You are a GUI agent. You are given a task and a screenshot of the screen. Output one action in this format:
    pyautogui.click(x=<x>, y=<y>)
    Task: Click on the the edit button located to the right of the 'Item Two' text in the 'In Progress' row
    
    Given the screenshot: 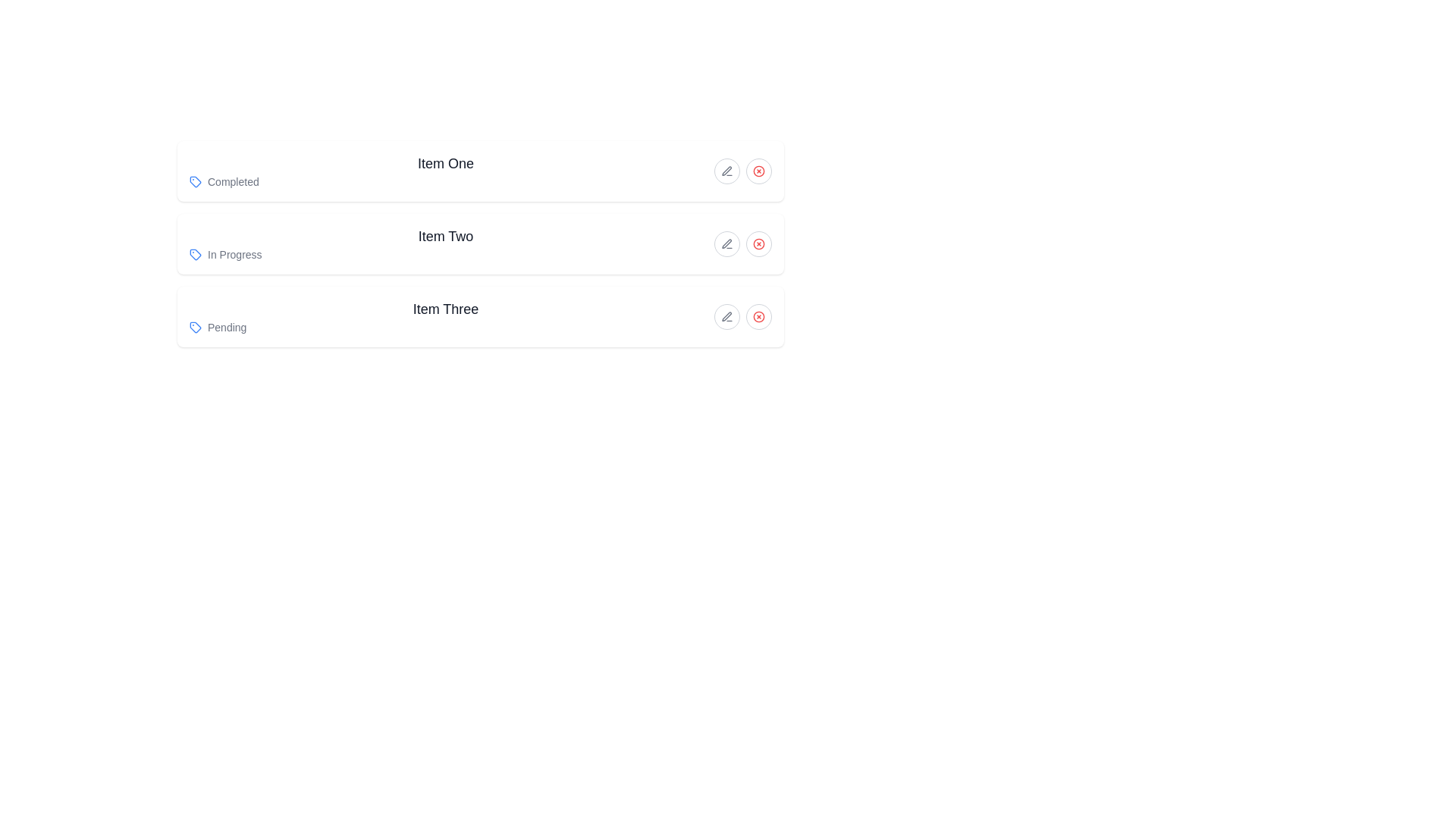 What is the action you would take?
    pyautogui.click(x=726, y=243)
    